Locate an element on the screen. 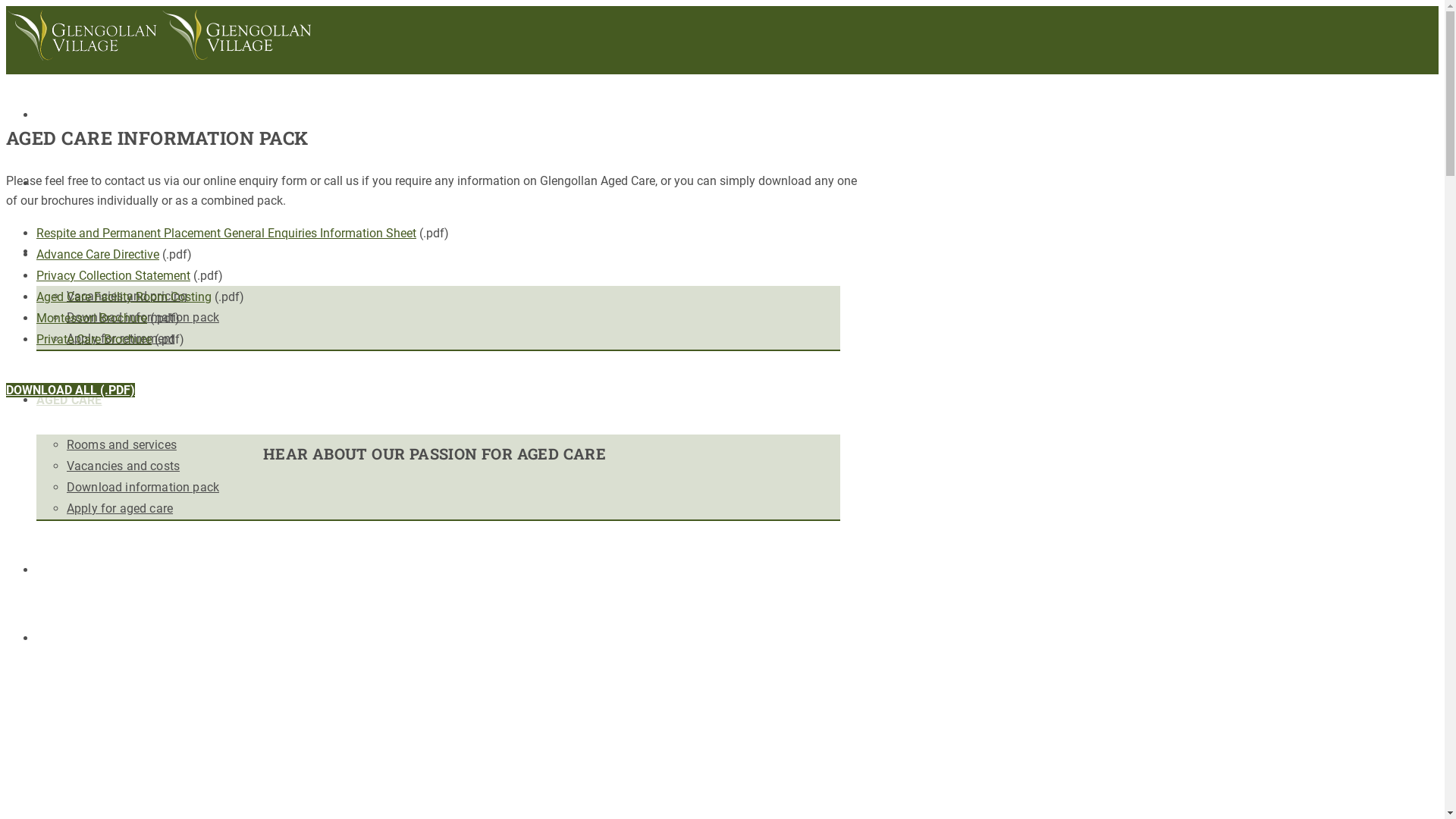 The width and height of the screenshot is (1456, 819). 'HOME' is located at coordinates (54, 114).